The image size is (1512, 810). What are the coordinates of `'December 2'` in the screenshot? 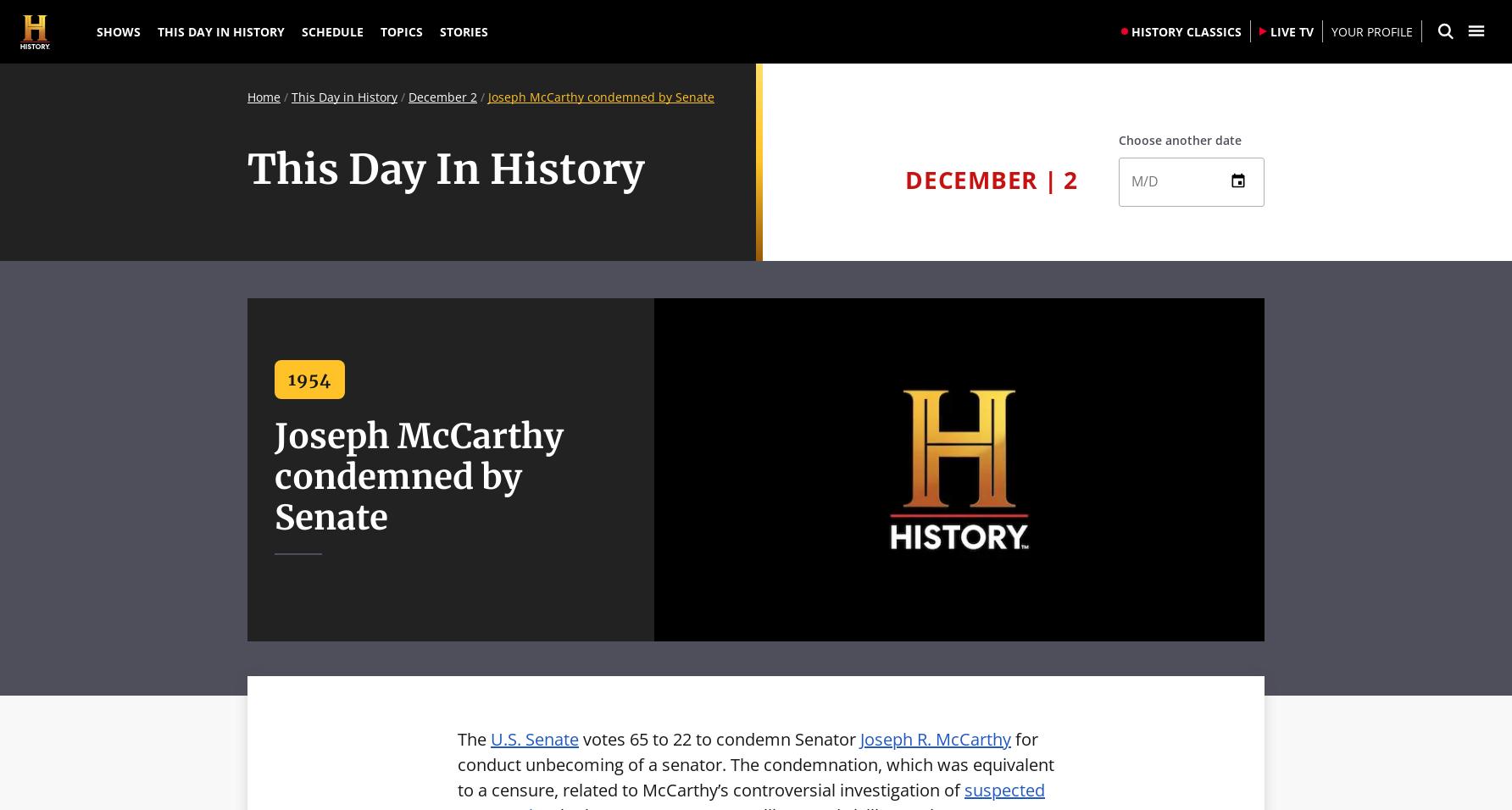 It's located at (409, 96).